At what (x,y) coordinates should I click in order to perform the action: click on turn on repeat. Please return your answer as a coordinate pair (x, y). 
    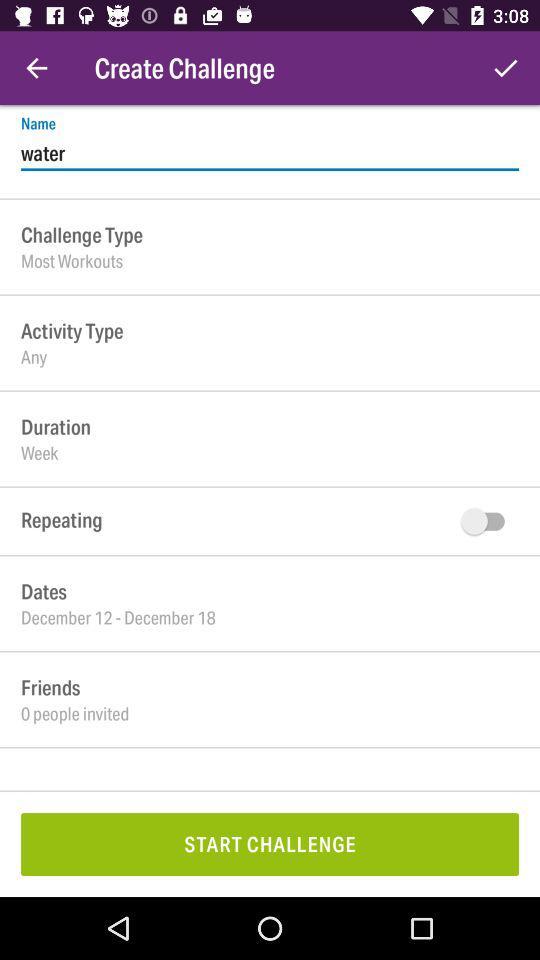
    Looking at the image, I should click on (486, 520).